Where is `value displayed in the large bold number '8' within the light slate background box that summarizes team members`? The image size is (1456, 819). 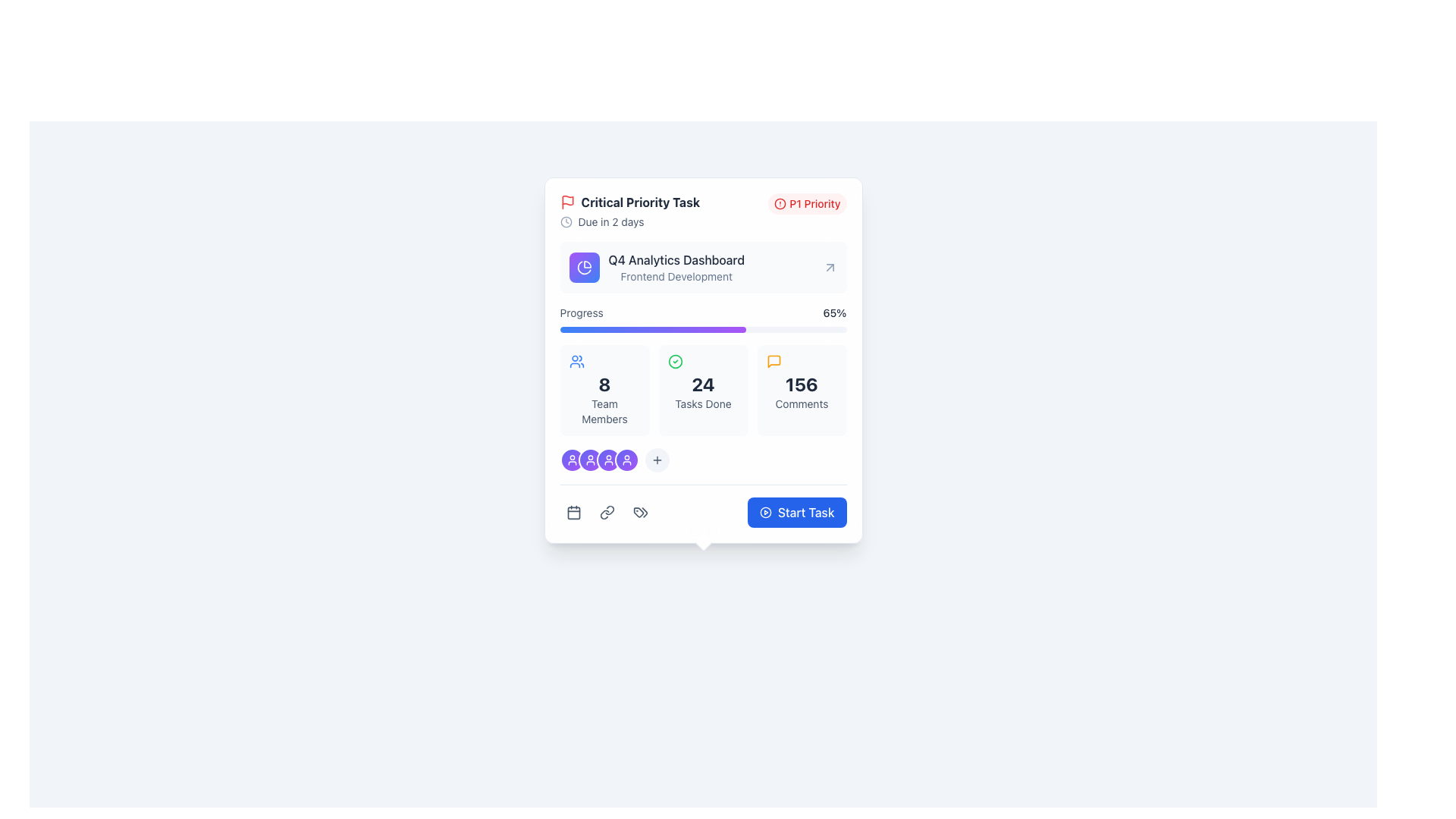 value displayed in the large bold number '8' within the light slate background box that summarizes team members is located at coordinates (604, 383).